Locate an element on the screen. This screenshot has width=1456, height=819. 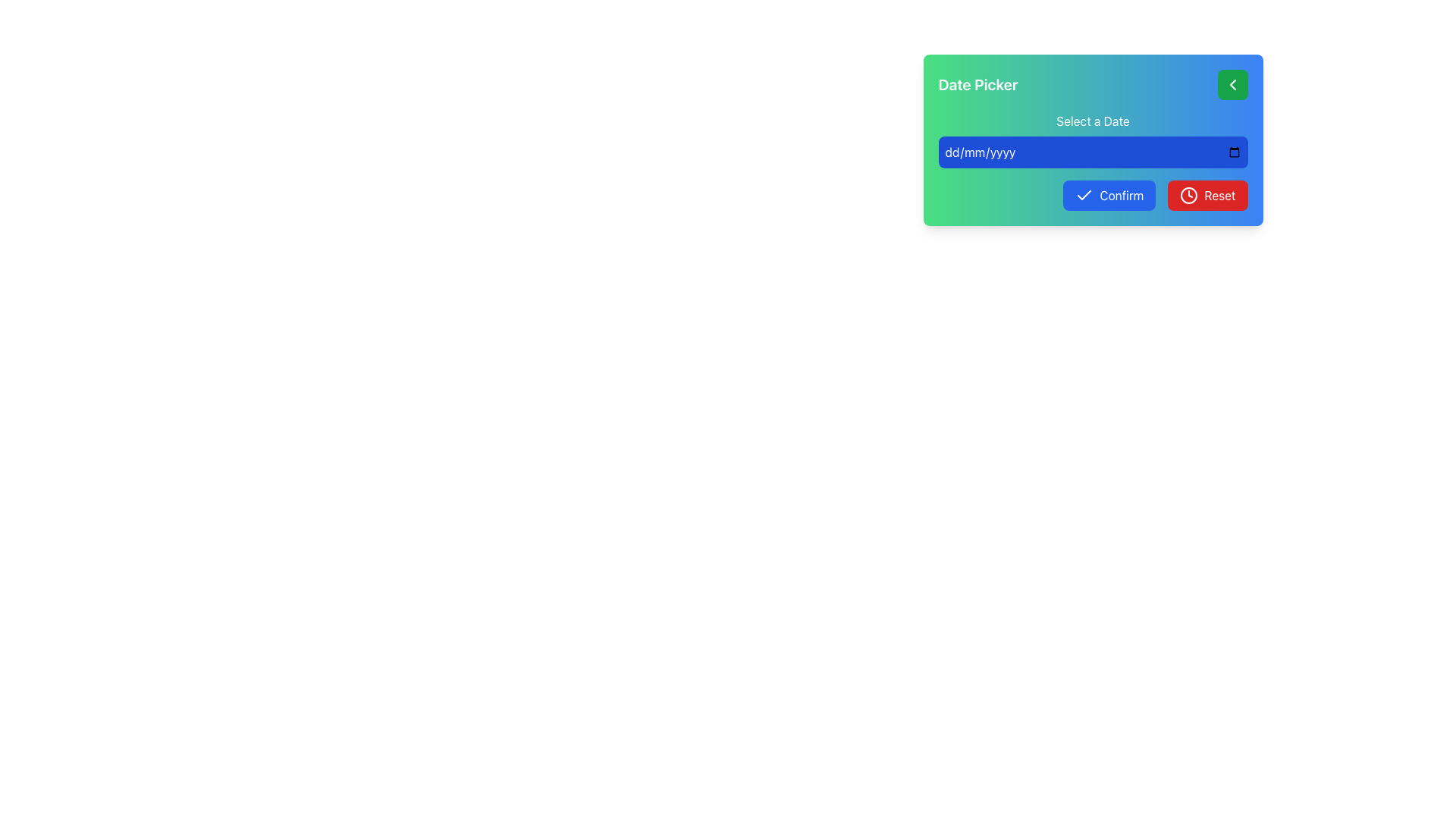
the rectangular blue 'Confirm' button with white text and a checkmark icon, located in the bottom-right section of the dialog box is located at coordinates (1109, 195).